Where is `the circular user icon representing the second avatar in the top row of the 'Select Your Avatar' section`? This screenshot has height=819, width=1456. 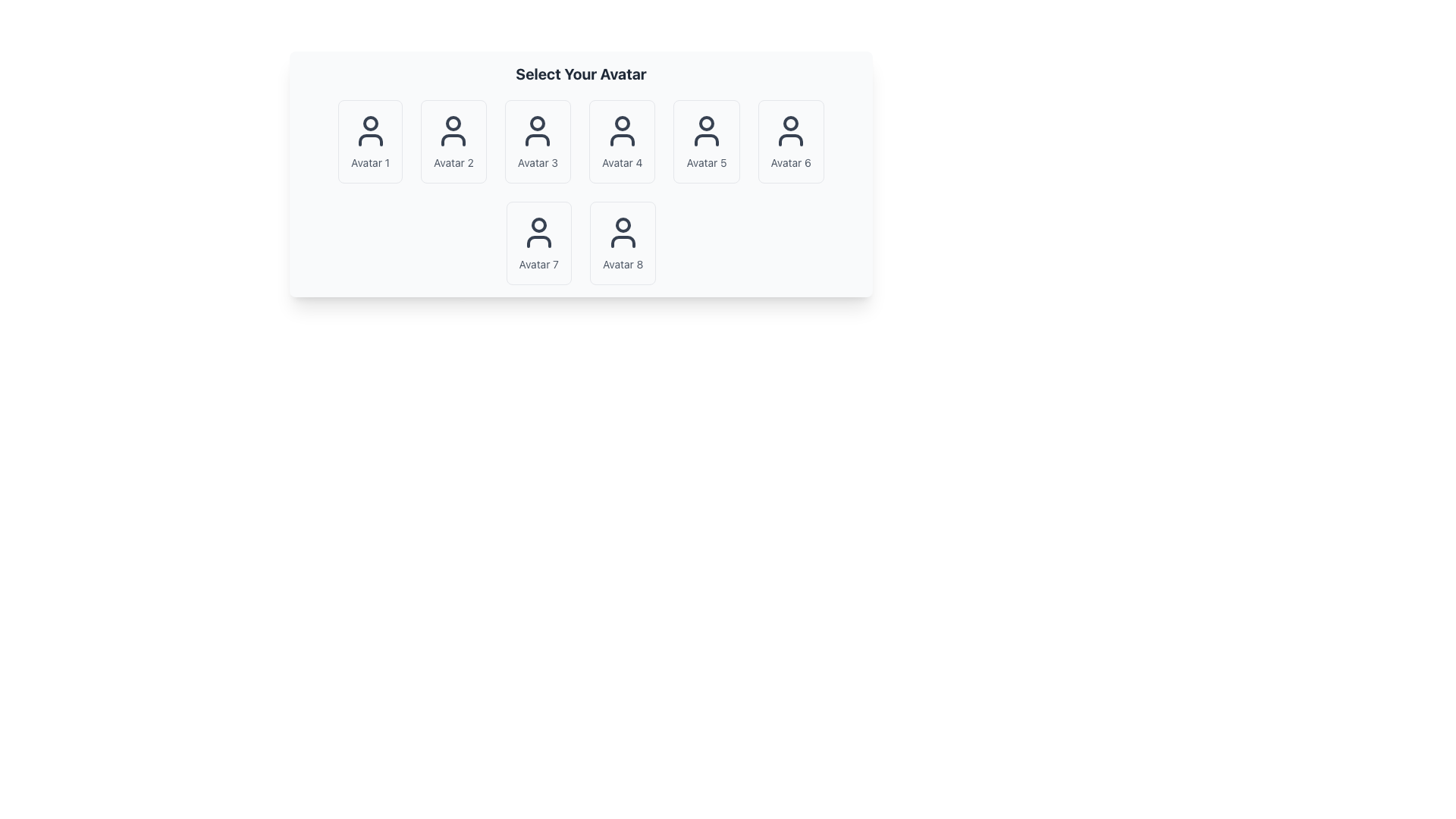 the circular user icon representing the second avatar in the top row of the 'Select Your Avatar' section is located at coordinates (453, 122).